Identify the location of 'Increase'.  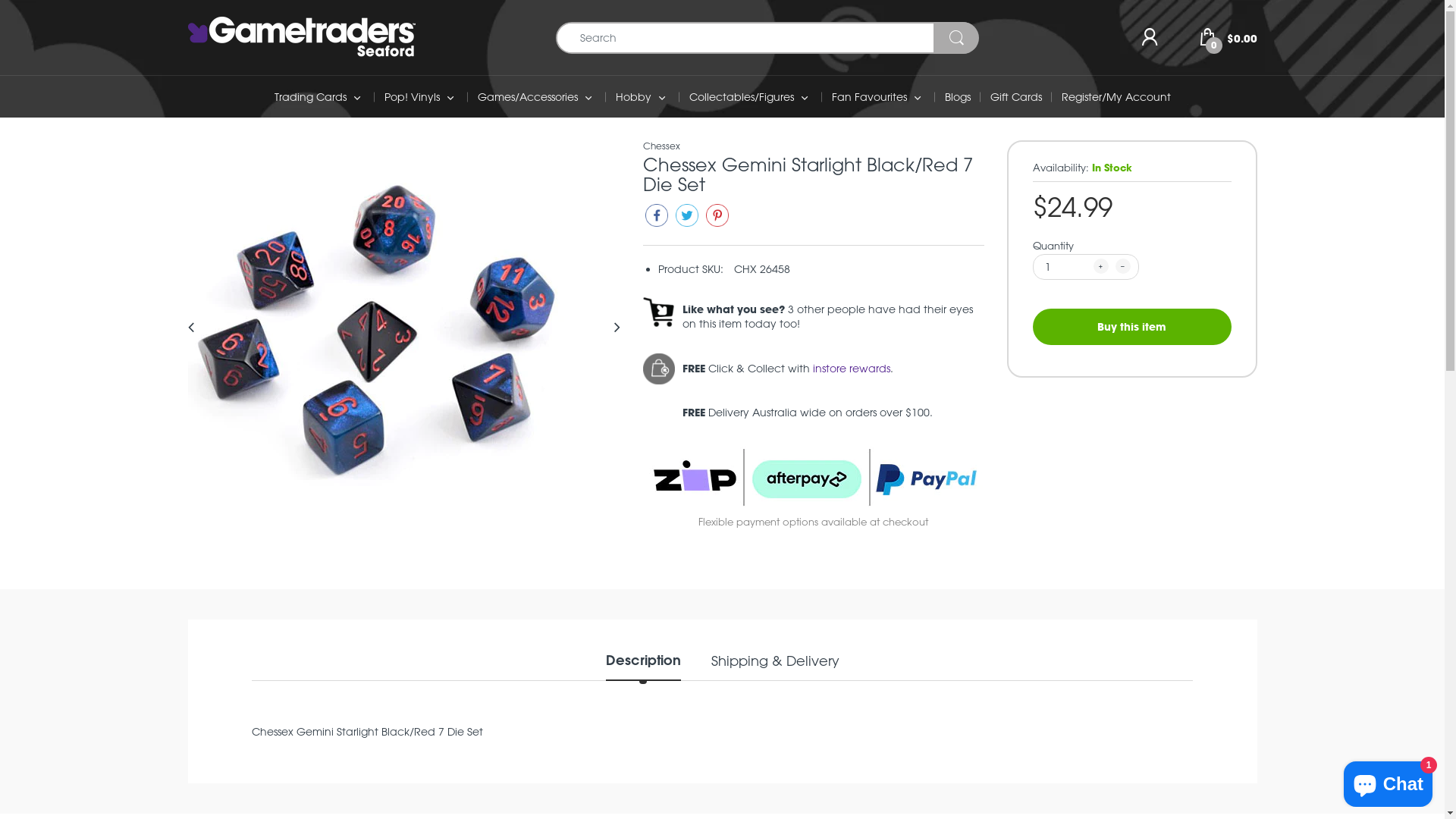
(1093, 265).